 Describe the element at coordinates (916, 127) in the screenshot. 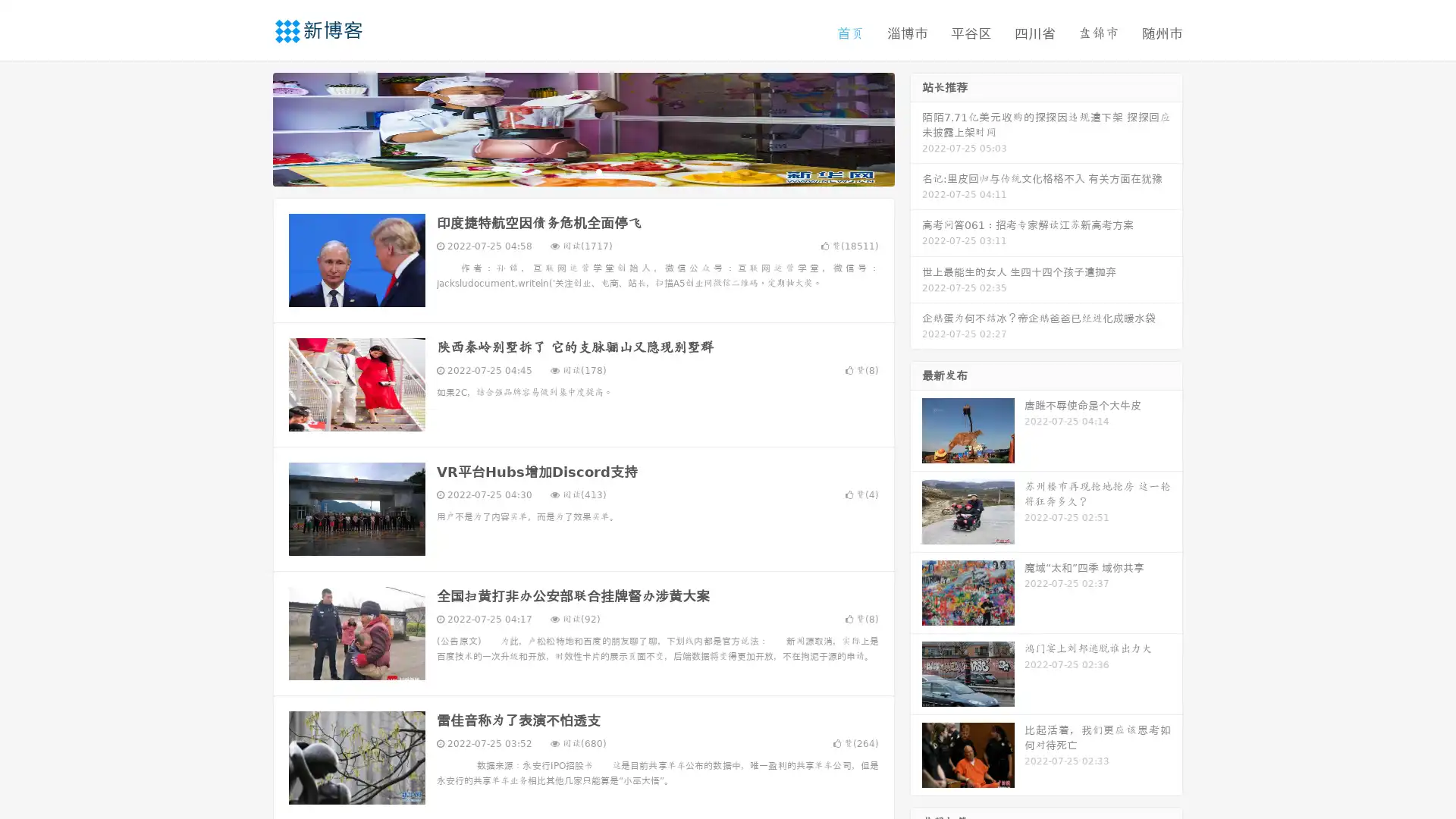

I see `Next slide` at that location.